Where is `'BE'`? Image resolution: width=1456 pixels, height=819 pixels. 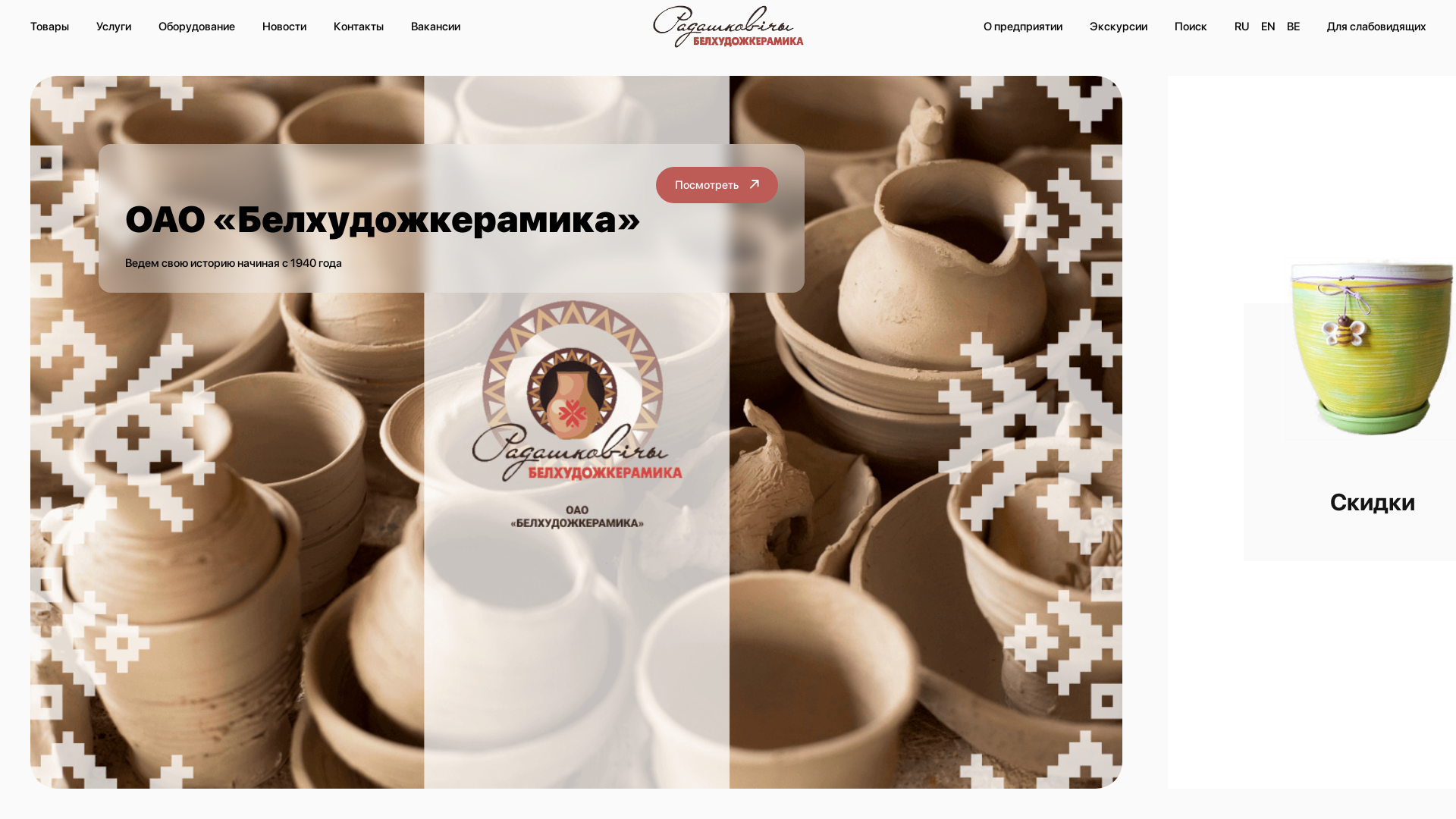 'BE' is located at coordinates (1286, 26).